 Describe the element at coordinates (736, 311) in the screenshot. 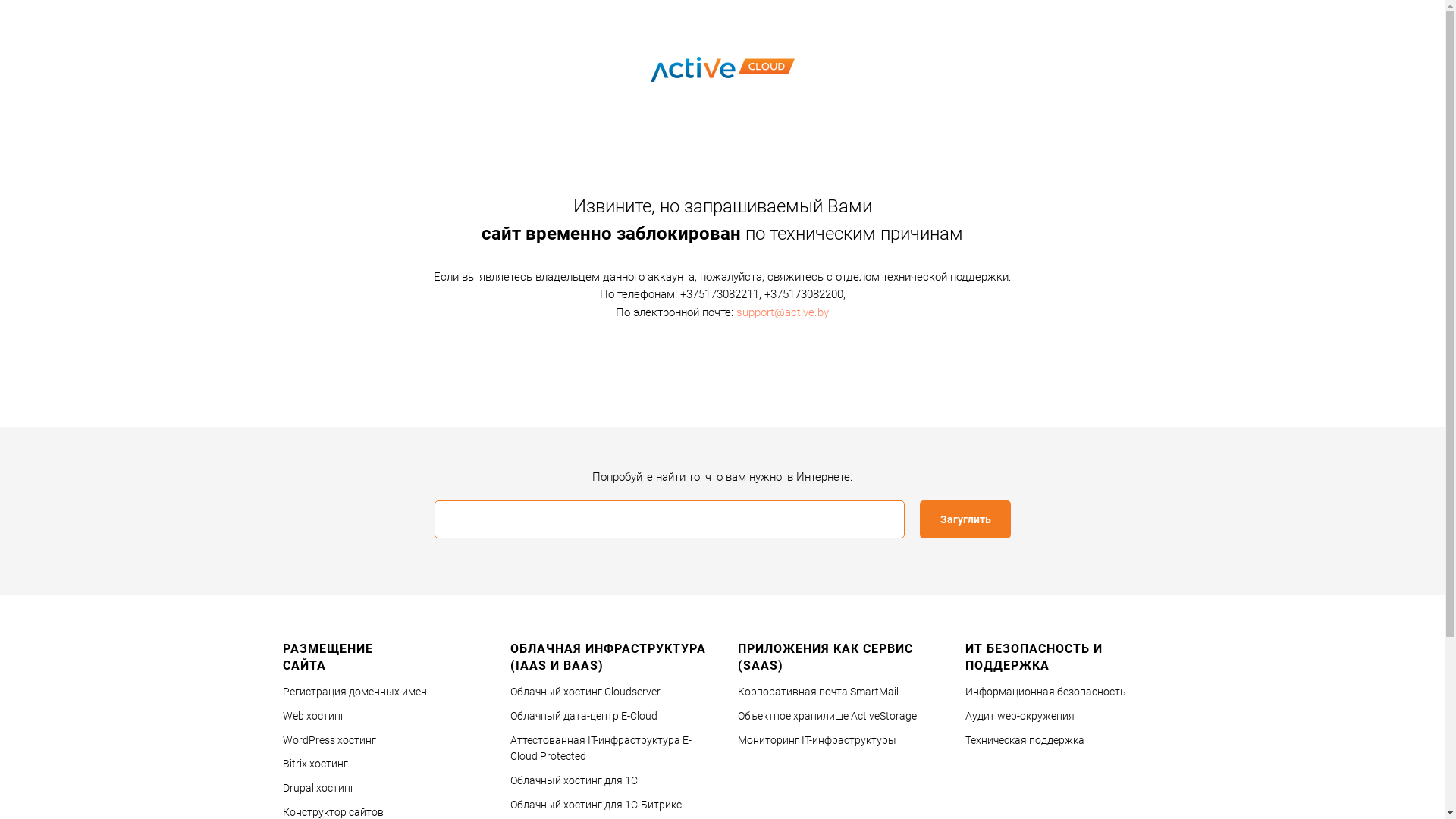

I see `'support@active.by'` at that location.